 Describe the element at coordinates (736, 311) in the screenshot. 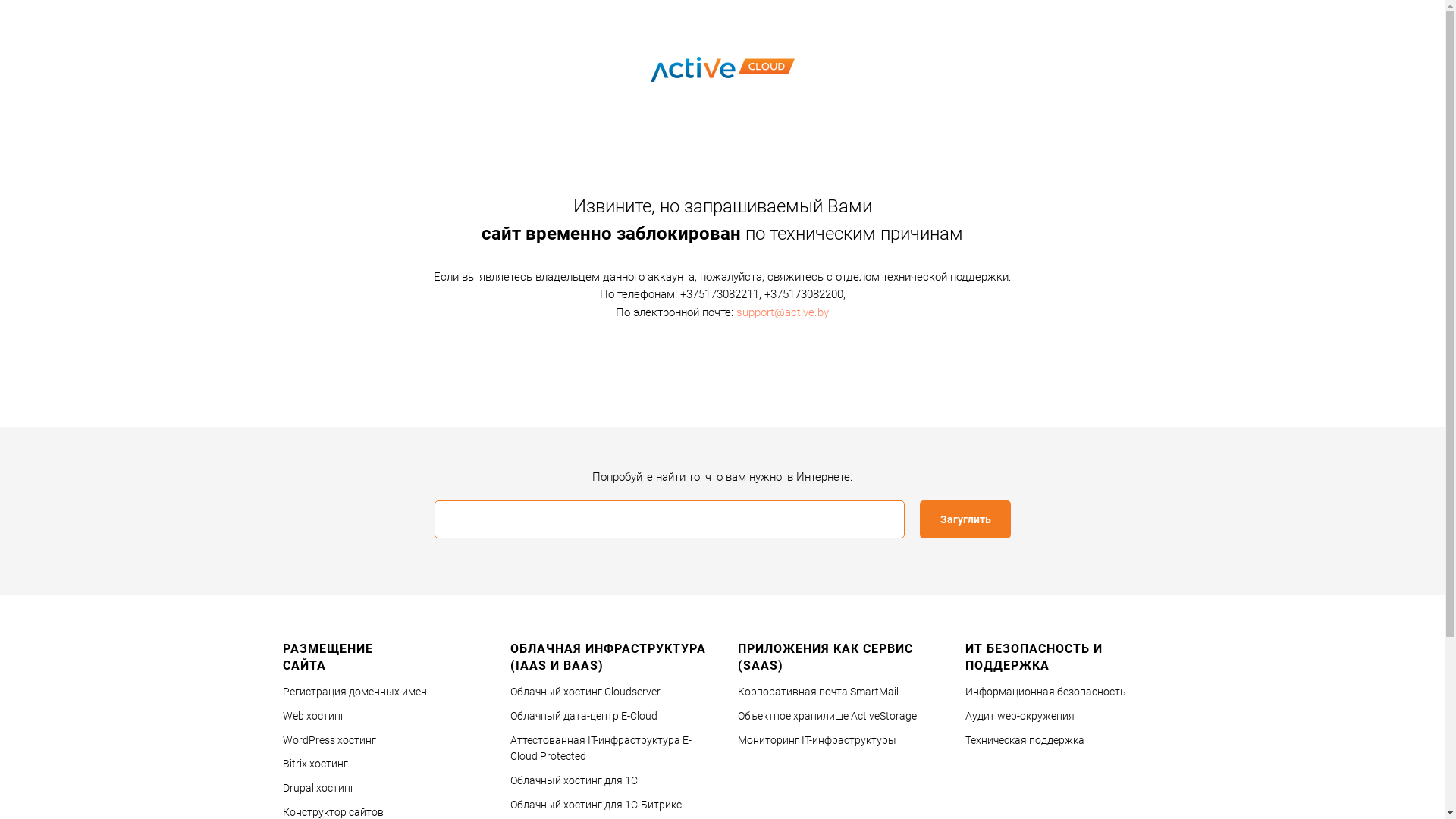

I see `'support@active.by'` at that location.